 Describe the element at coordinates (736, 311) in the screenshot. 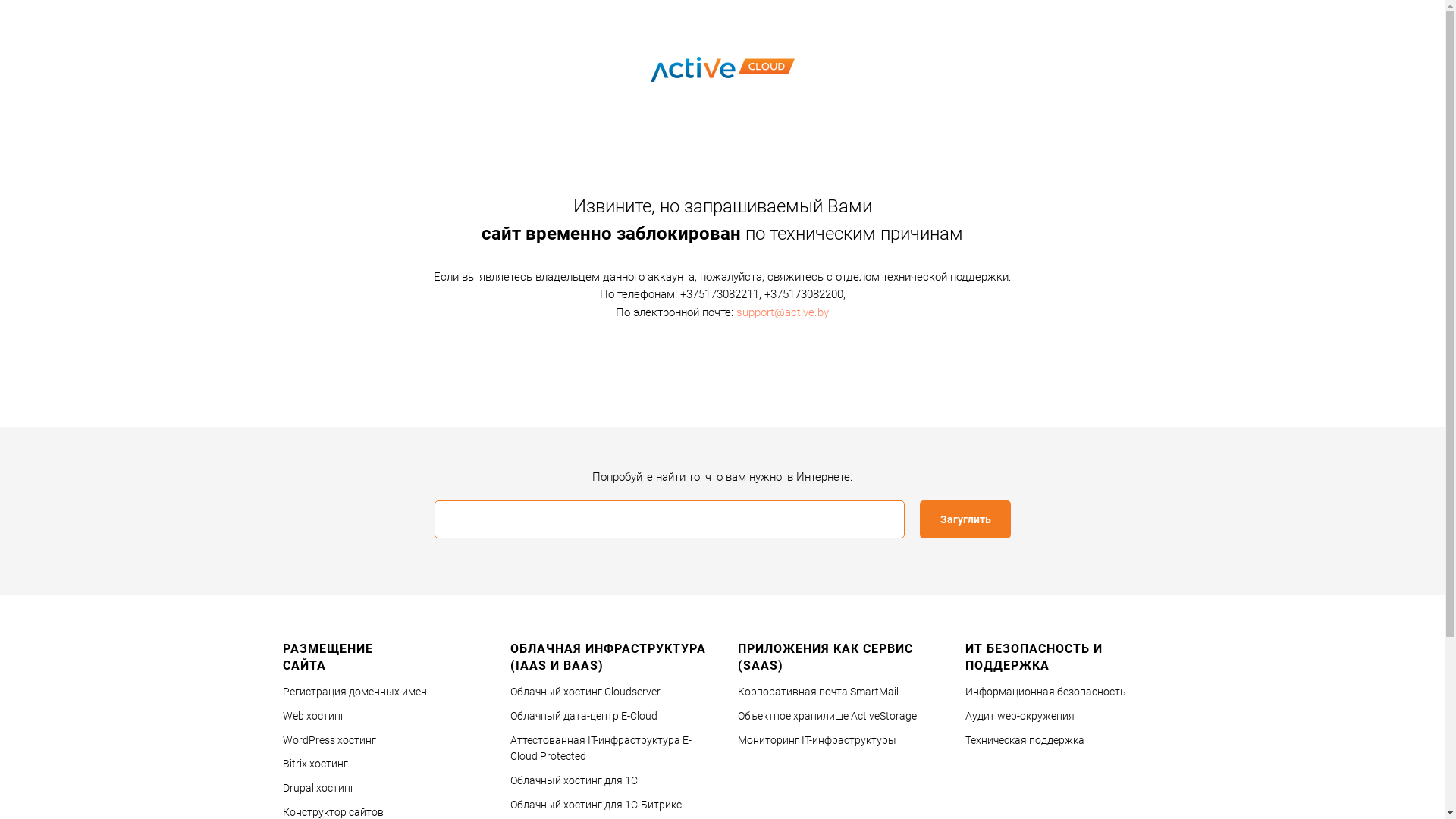

I see `'support@active.by'` at that location.